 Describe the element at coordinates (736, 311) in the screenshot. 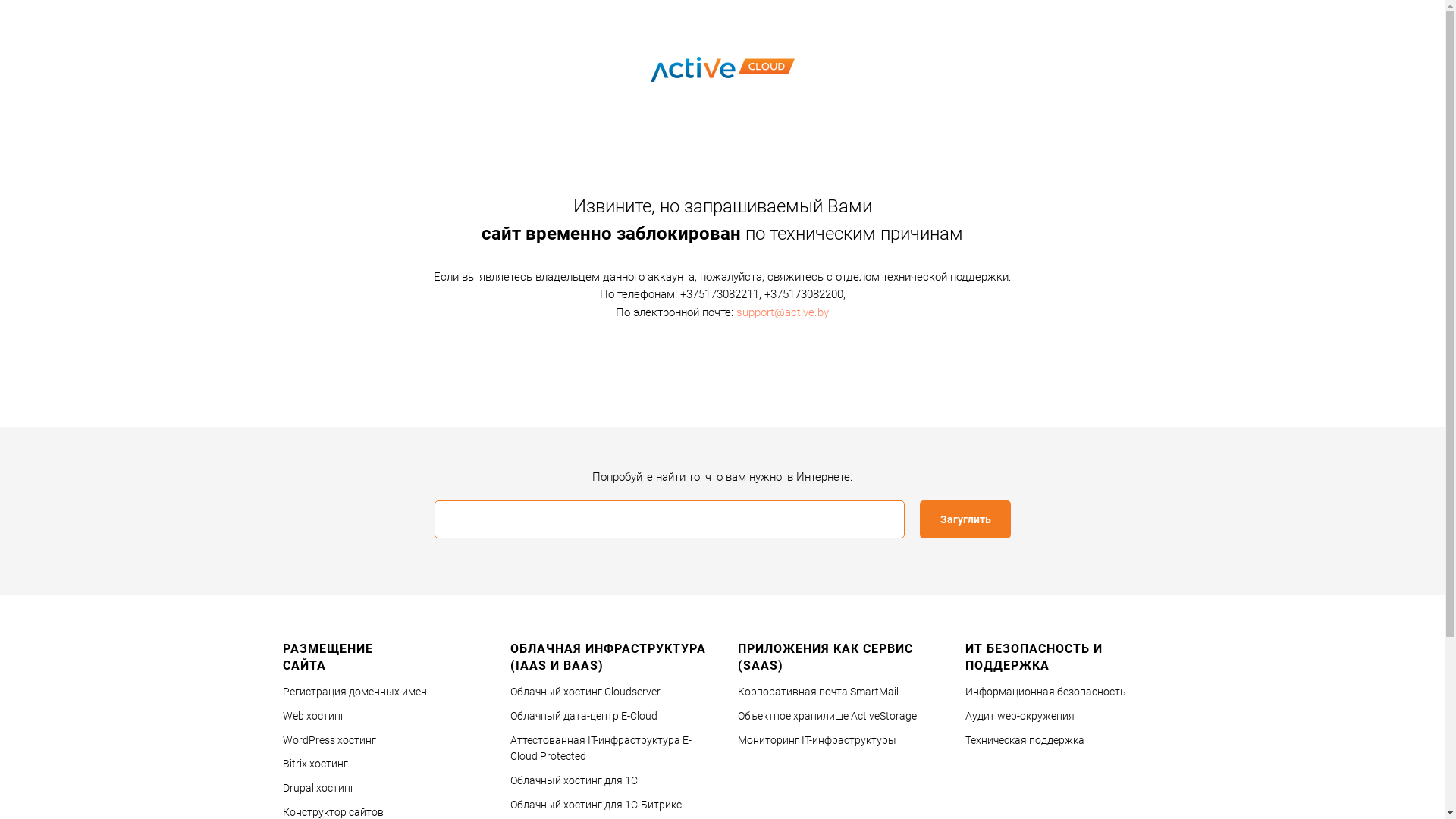

I see `'support@active.by'` at that location.